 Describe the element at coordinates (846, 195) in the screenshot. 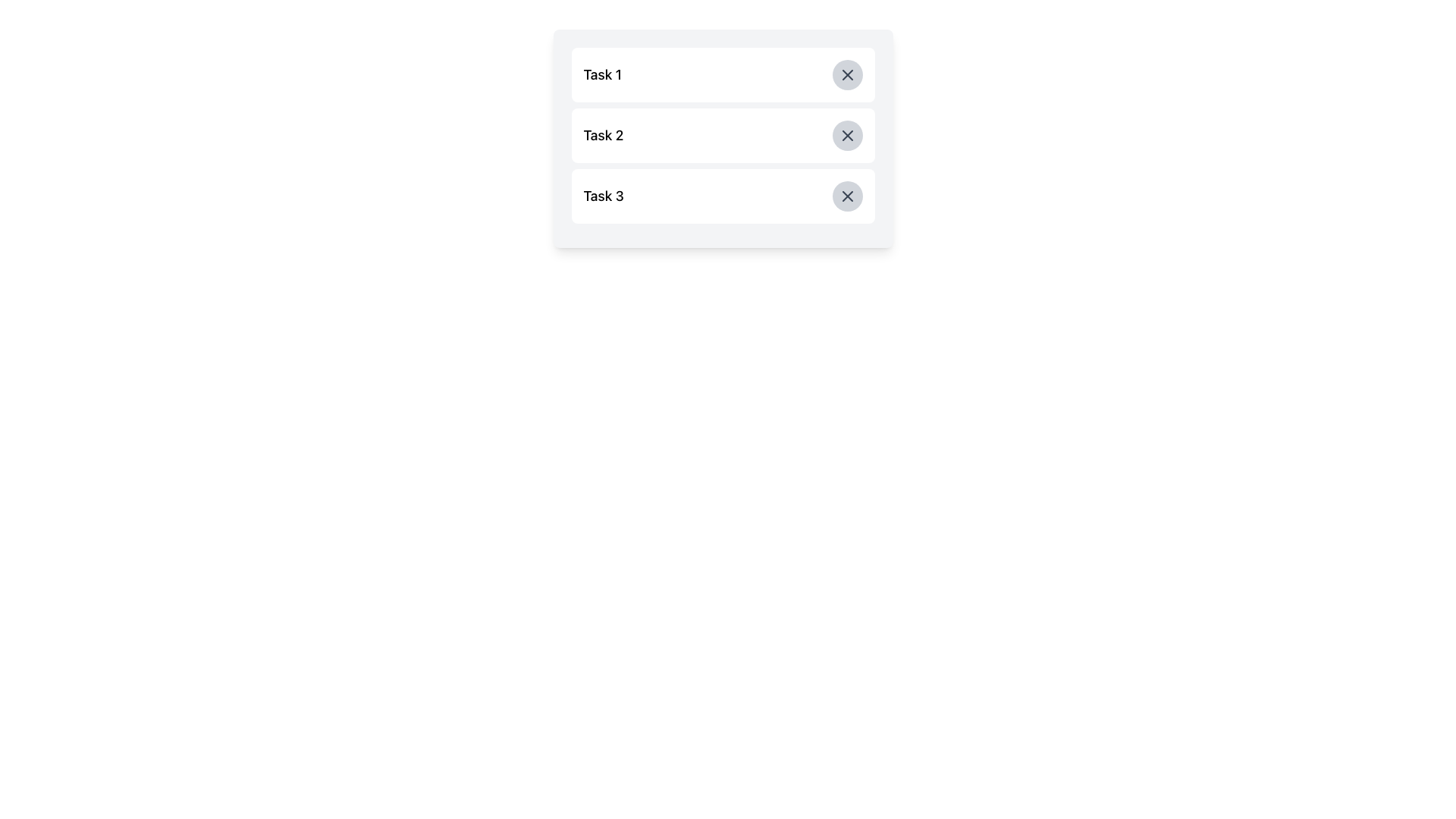

I see `the delete button associated with 'Task 3'` at that location.